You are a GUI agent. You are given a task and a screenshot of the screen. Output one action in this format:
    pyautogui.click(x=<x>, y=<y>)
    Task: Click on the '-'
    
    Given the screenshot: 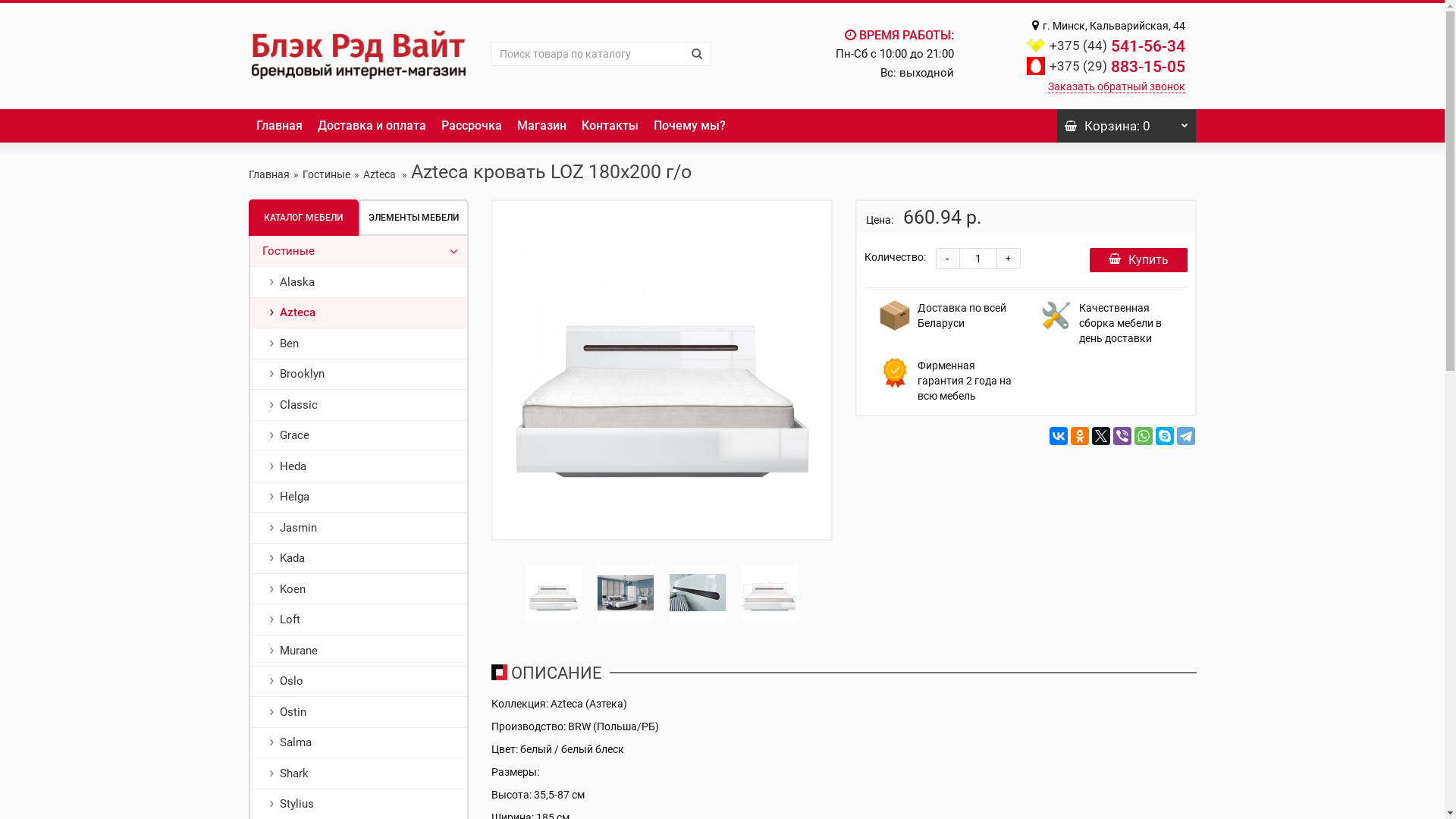 What is the action you would take?
    pyautogui.click(x=946, y=257)
    